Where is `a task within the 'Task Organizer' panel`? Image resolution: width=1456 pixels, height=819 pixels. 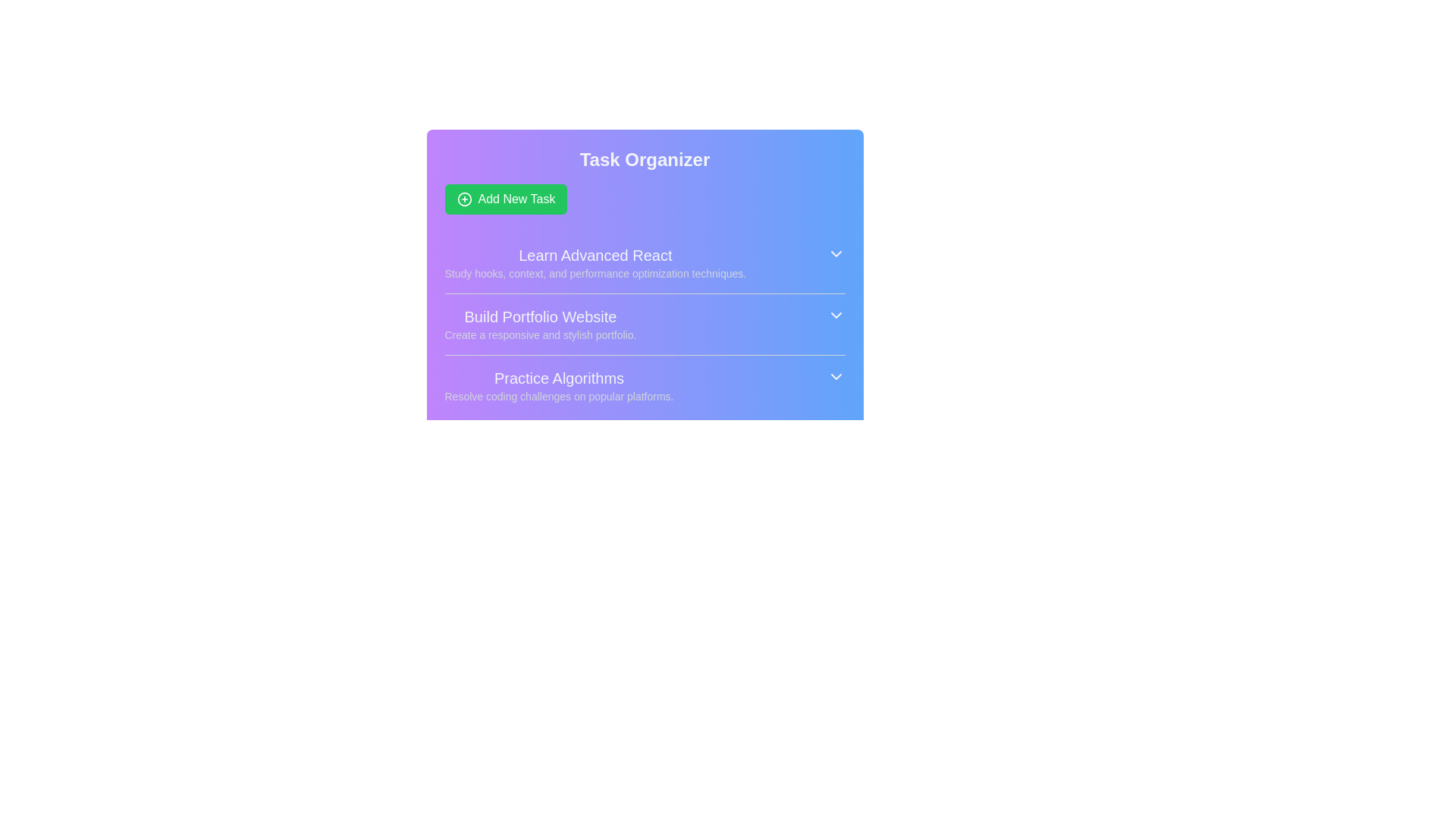 a task within the 'Task Organizer' panel is located at coordinates (645, 281).